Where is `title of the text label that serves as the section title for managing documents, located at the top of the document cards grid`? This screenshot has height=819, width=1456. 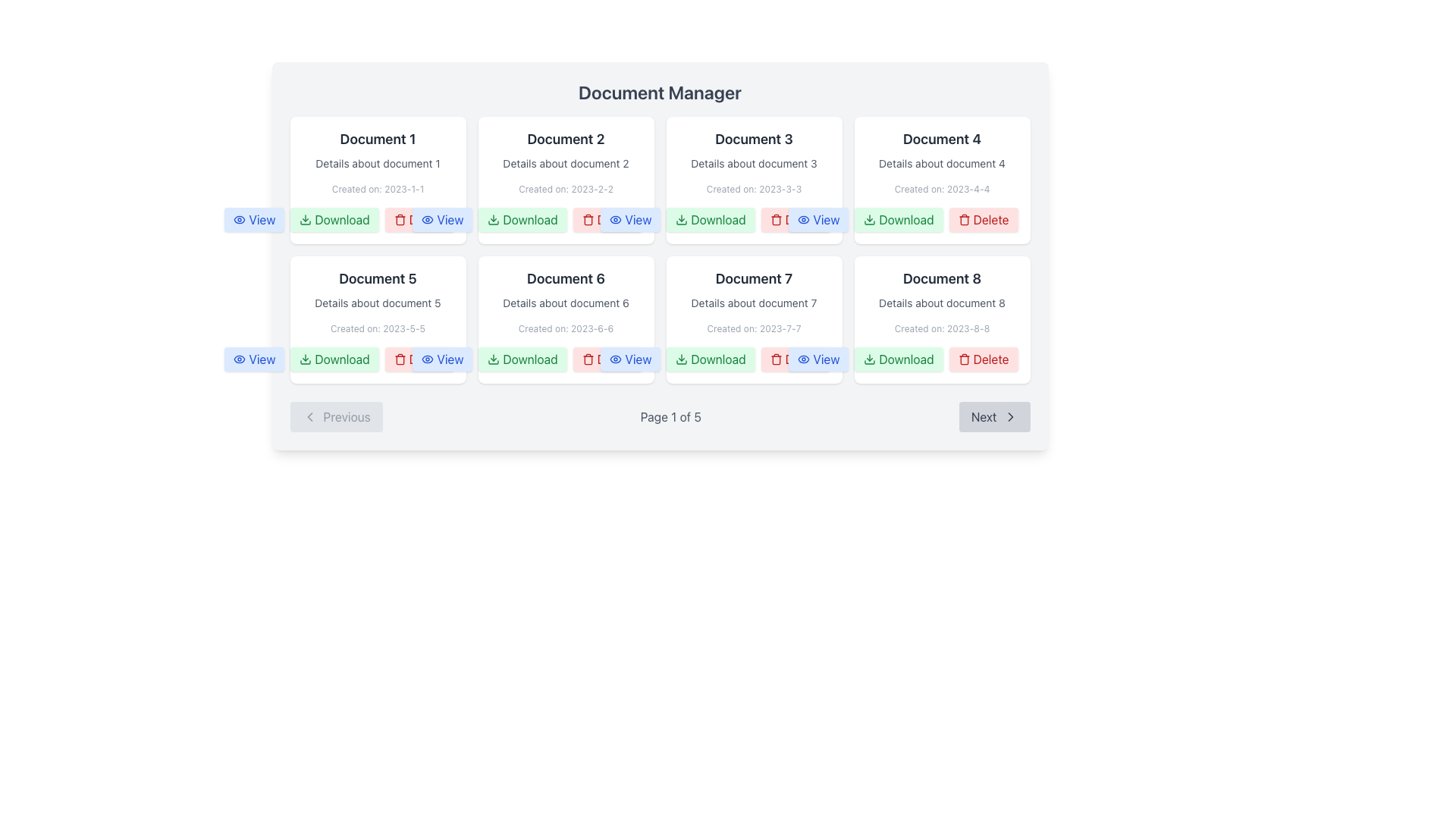 title of the text label that serves as the section title for managing documents, located at the top of the document cards grid is located at coordinates (660, 93).